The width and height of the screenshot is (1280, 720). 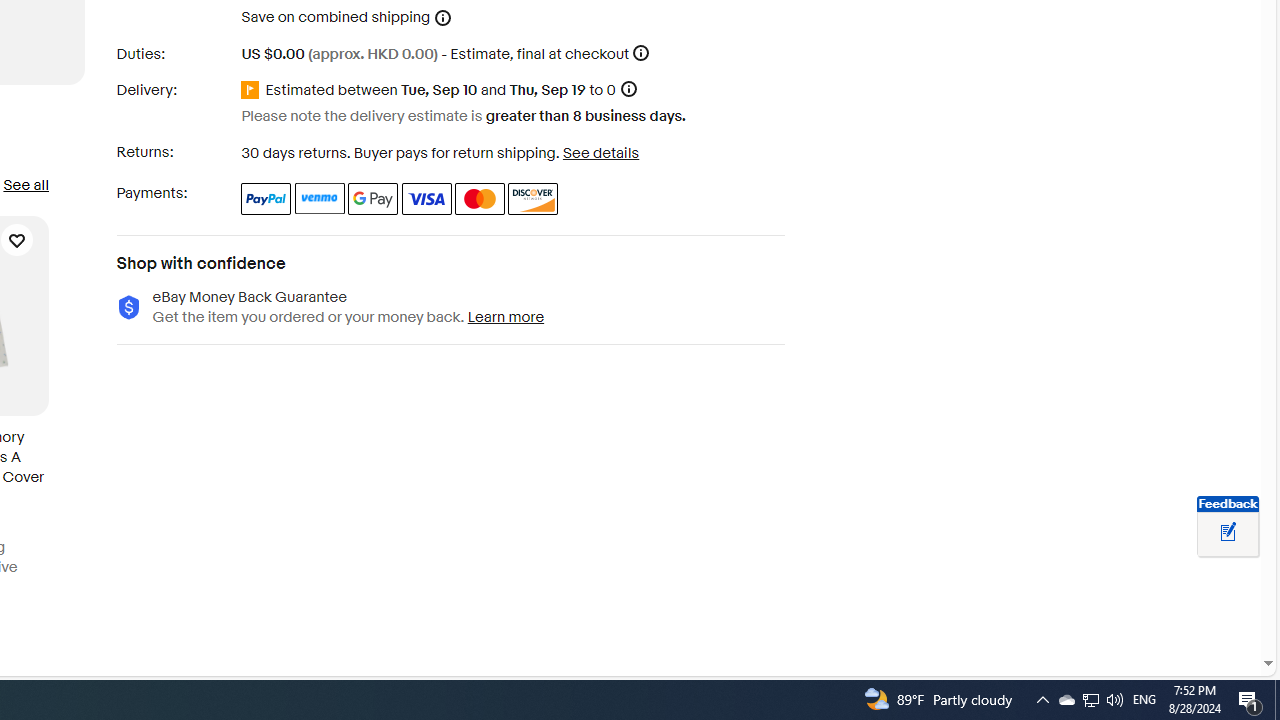 What do you see at coordinates (599, 152) in the screenshot?
I see `'See details - for more information about returns'` at bounding box center [599, 152].